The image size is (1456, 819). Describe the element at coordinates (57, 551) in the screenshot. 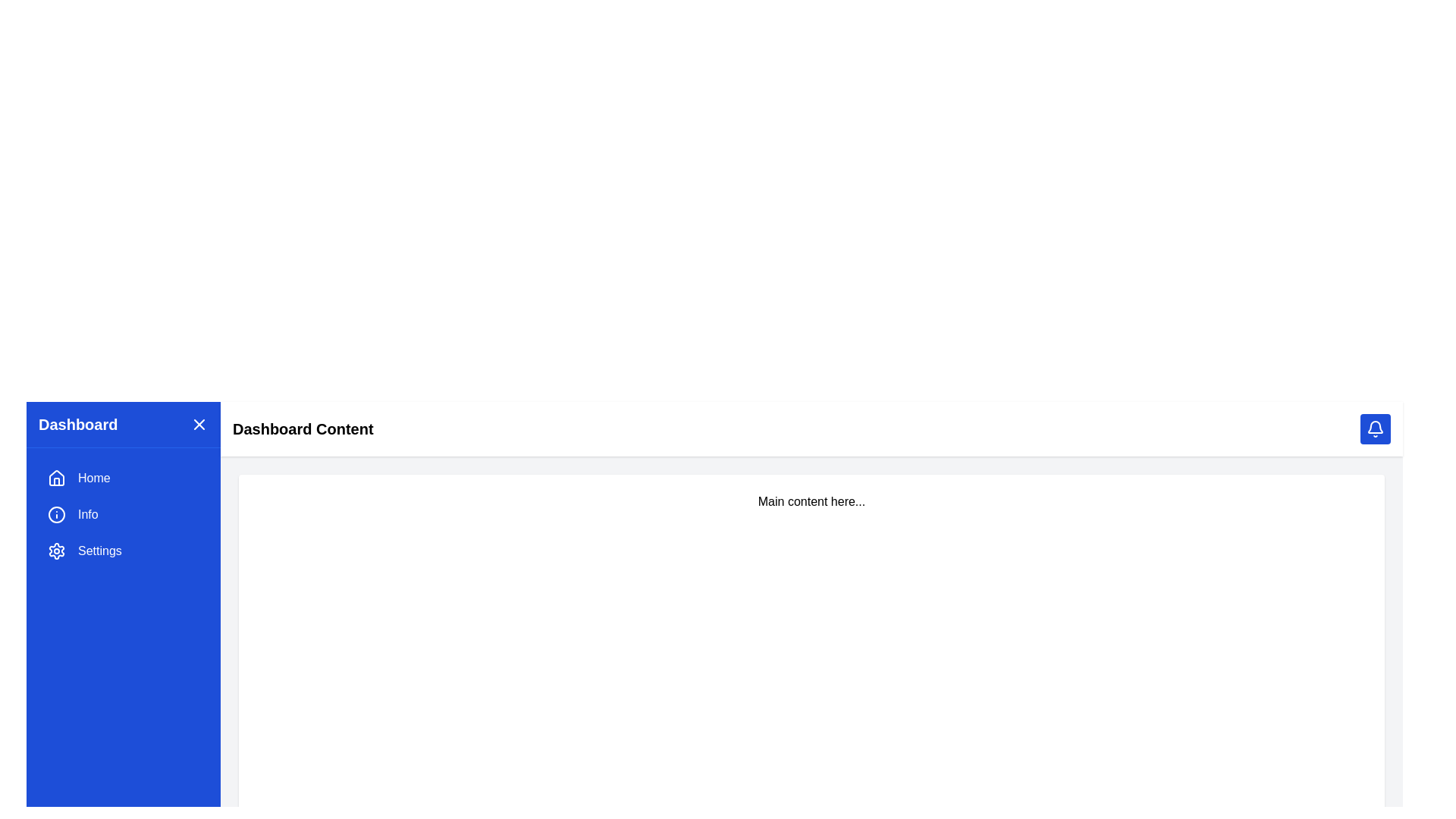

I see `the cog-shaped settings icon located in the left sidebar, positioned under 'Dashboard', 'Home', and 'Info', adjacent to the 'Settings' label` at that location.